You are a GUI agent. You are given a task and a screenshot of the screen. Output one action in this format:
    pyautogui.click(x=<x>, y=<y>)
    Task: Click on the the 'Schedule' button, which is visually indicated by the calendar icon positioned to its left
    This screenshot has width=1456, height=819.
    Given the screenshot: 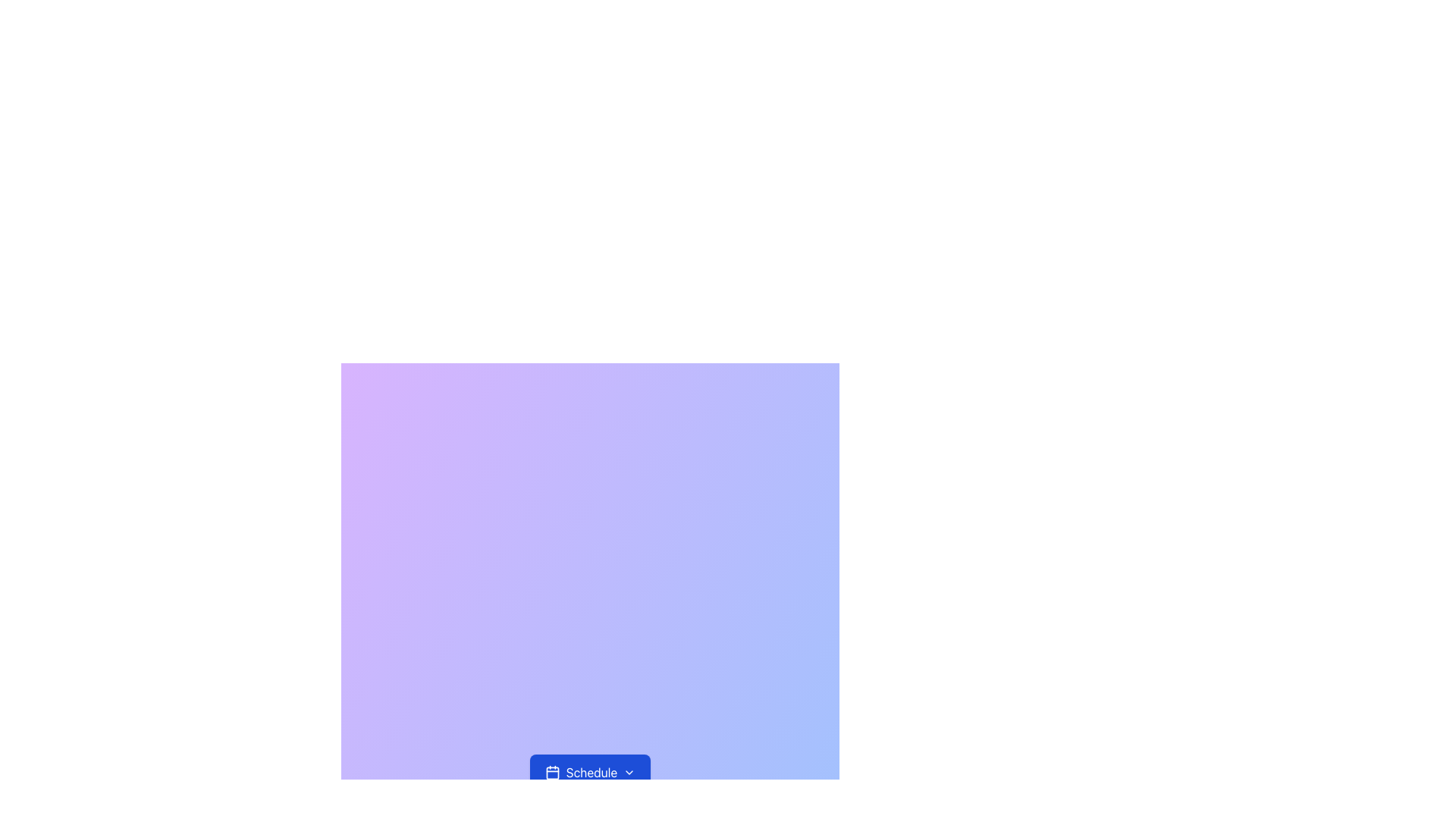 What is the action you would take?
    pyautogui.click(x=551, y=772)
    